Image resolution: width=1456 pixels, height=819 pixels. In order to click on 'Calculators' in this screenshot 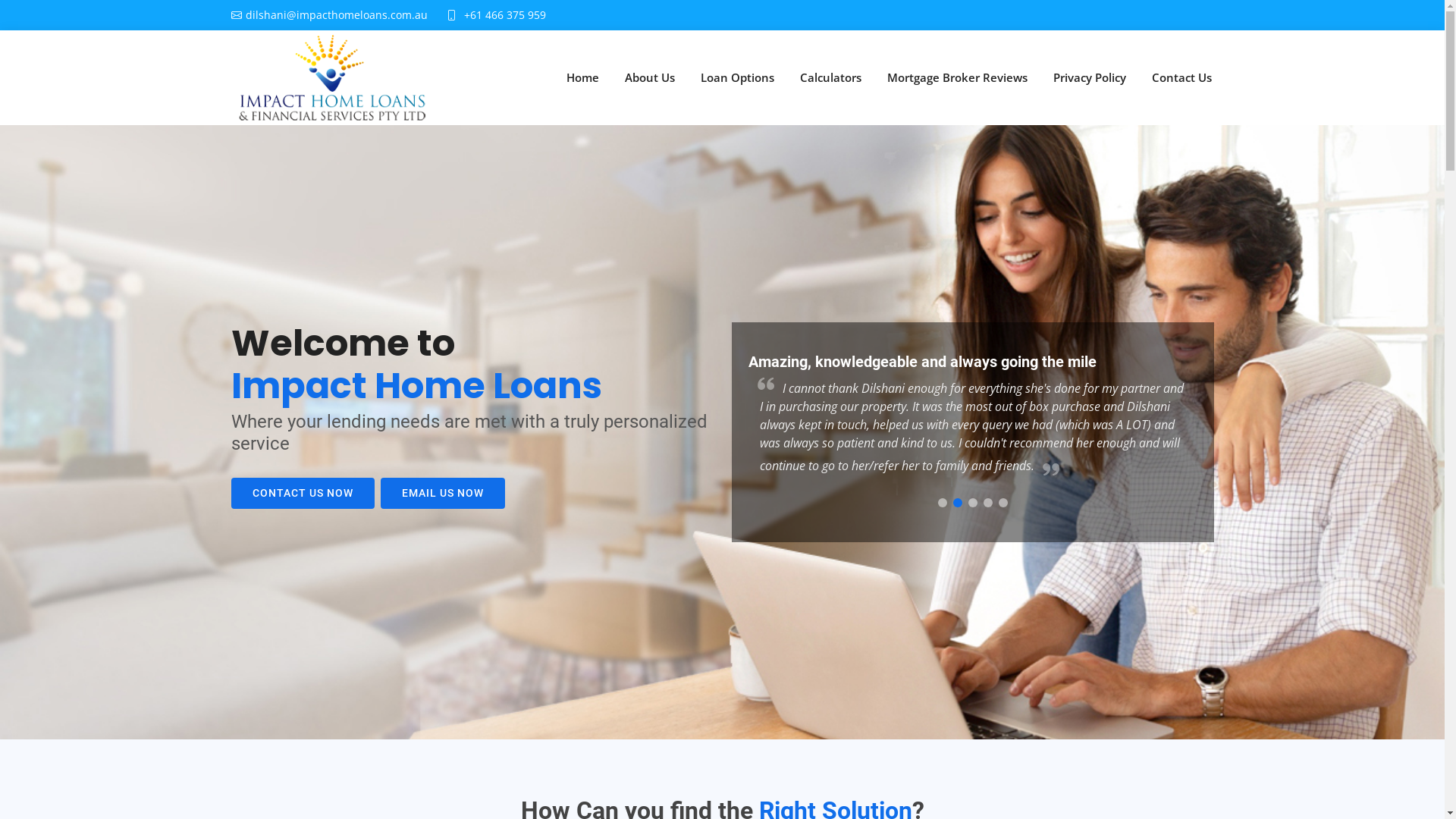, I will do `click(830, 77)`.